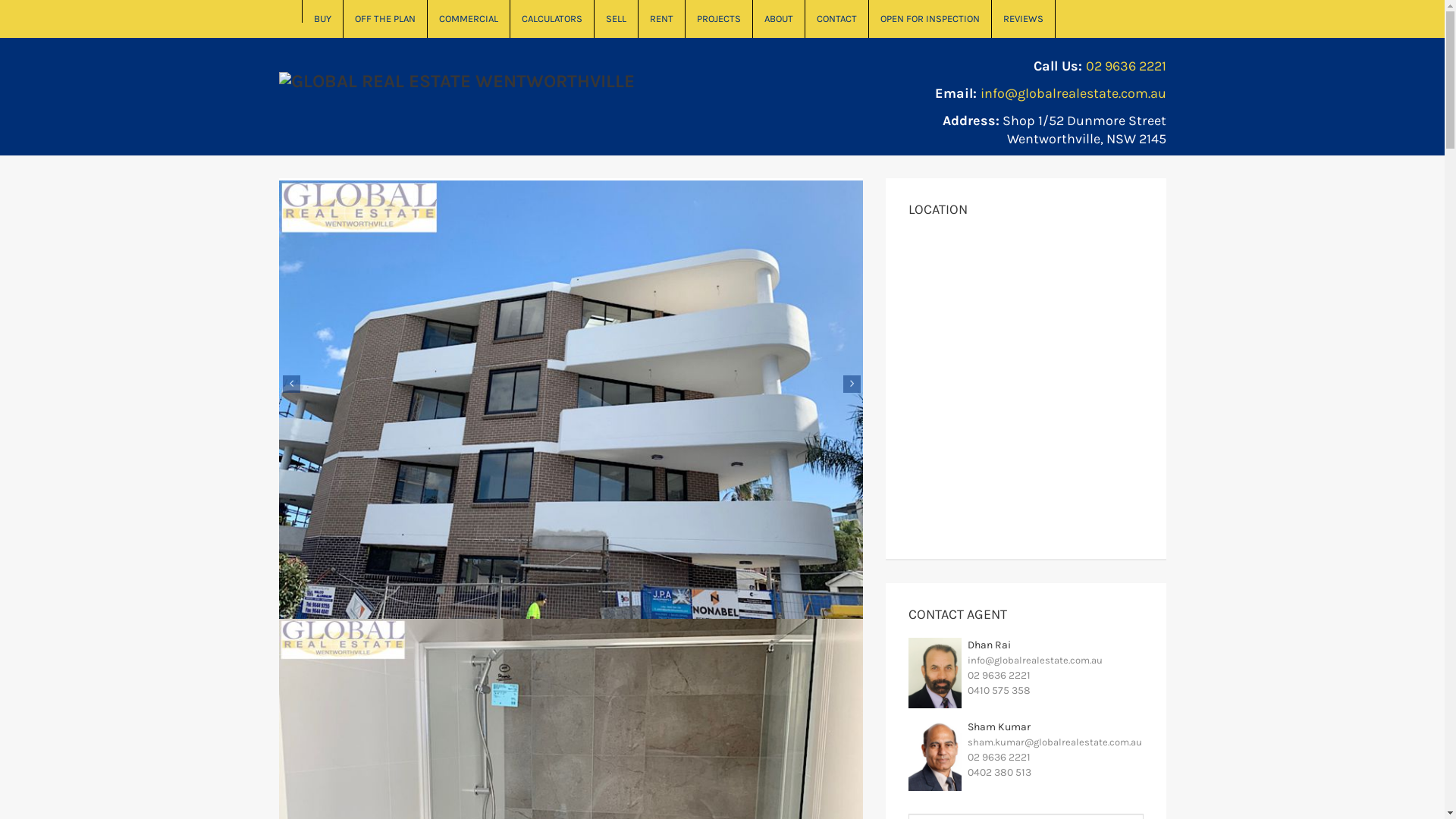 Image resolution: width=1456 pixels, height=819 pixels. I want to click on 'RENT', so click(662, 18).